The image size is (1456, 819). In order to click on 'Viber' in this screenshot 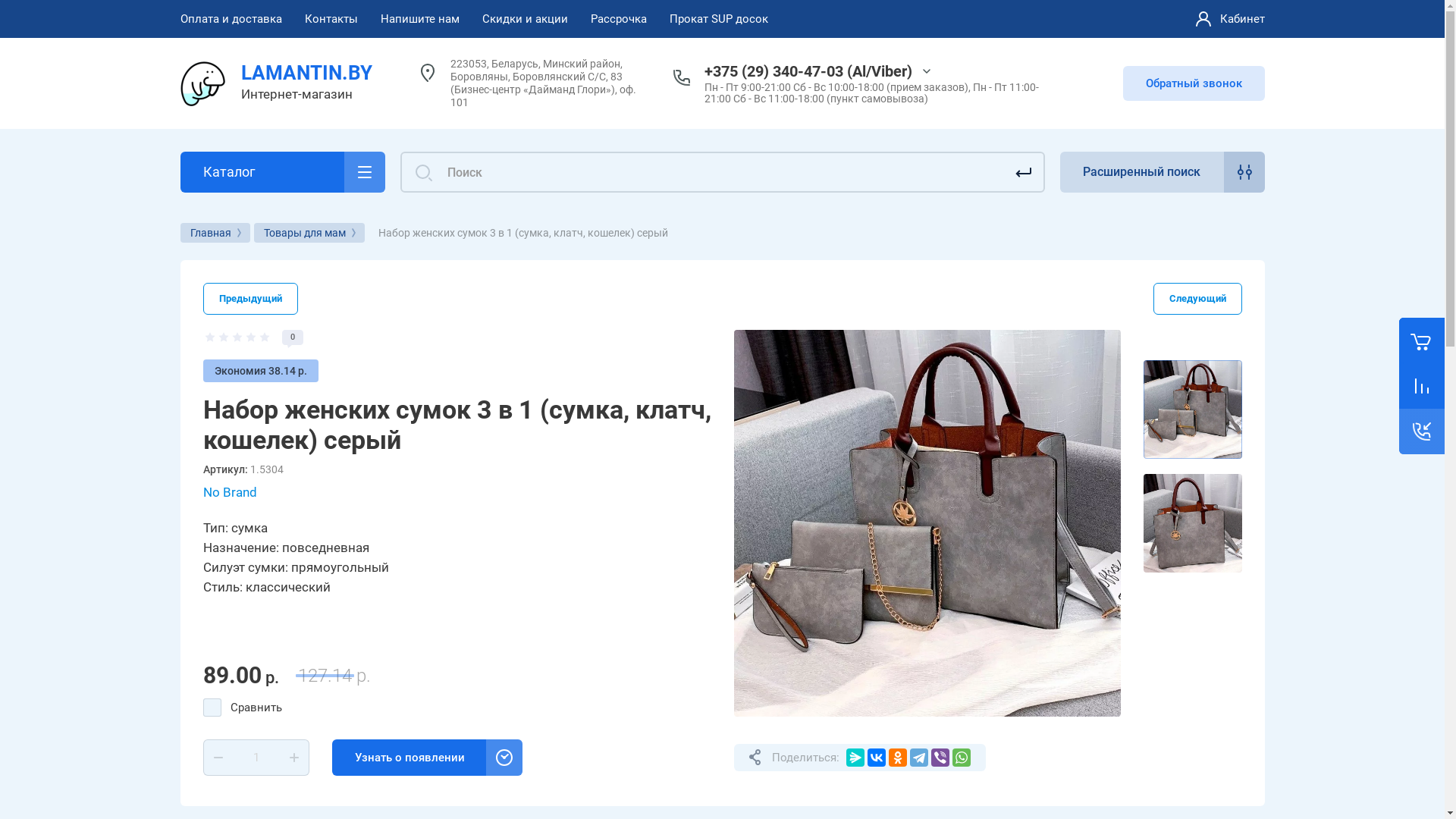, I will do `click(930, 758)`.